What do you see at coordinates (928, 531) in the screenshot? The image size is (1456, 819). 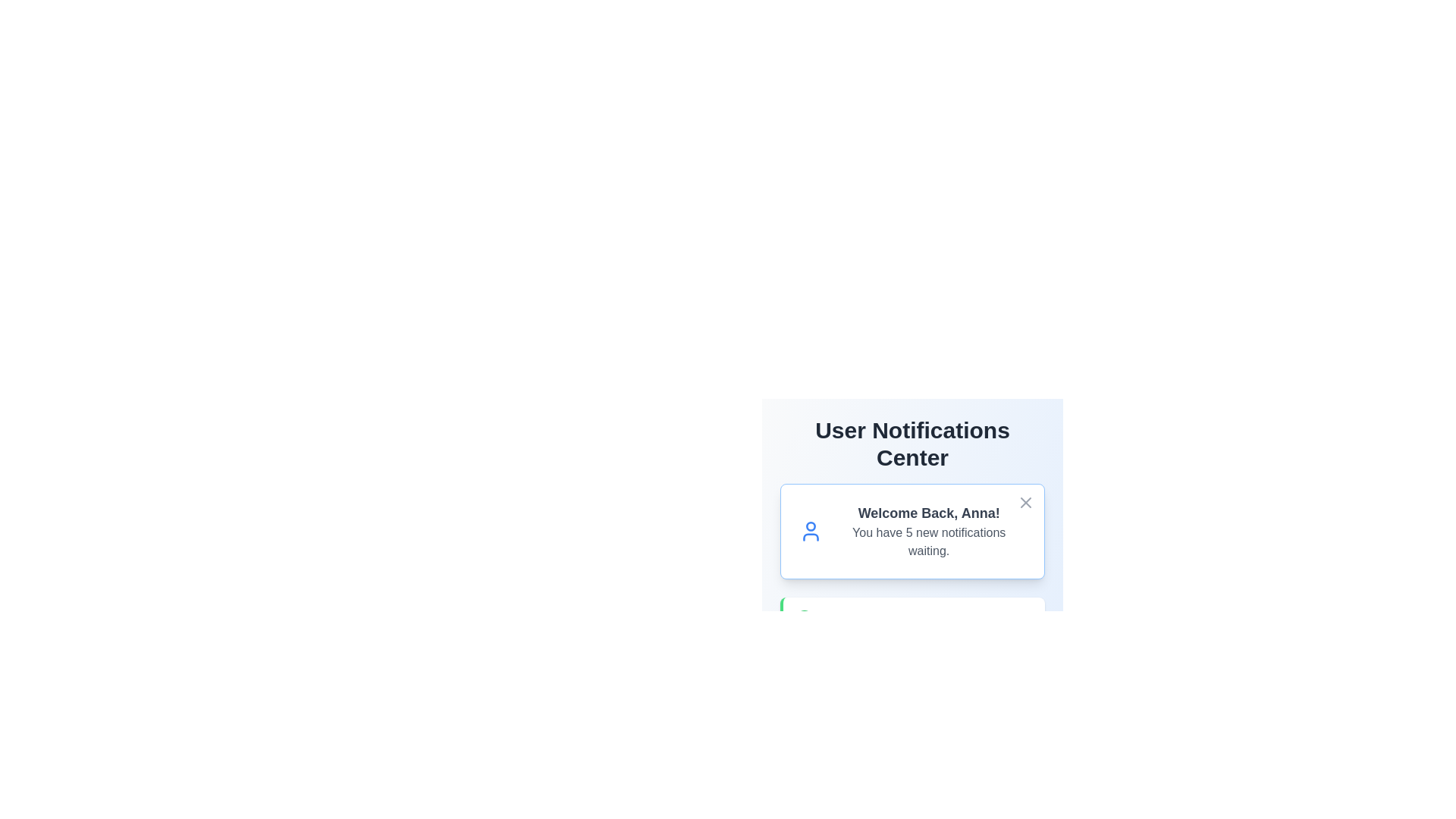 I see `the text label displaying the greeting 'Welcome Back, Anna!' and notification message 'You have 5 new notifications waiting.' located in the User Notifications Center` at bounding box center [928, 531].